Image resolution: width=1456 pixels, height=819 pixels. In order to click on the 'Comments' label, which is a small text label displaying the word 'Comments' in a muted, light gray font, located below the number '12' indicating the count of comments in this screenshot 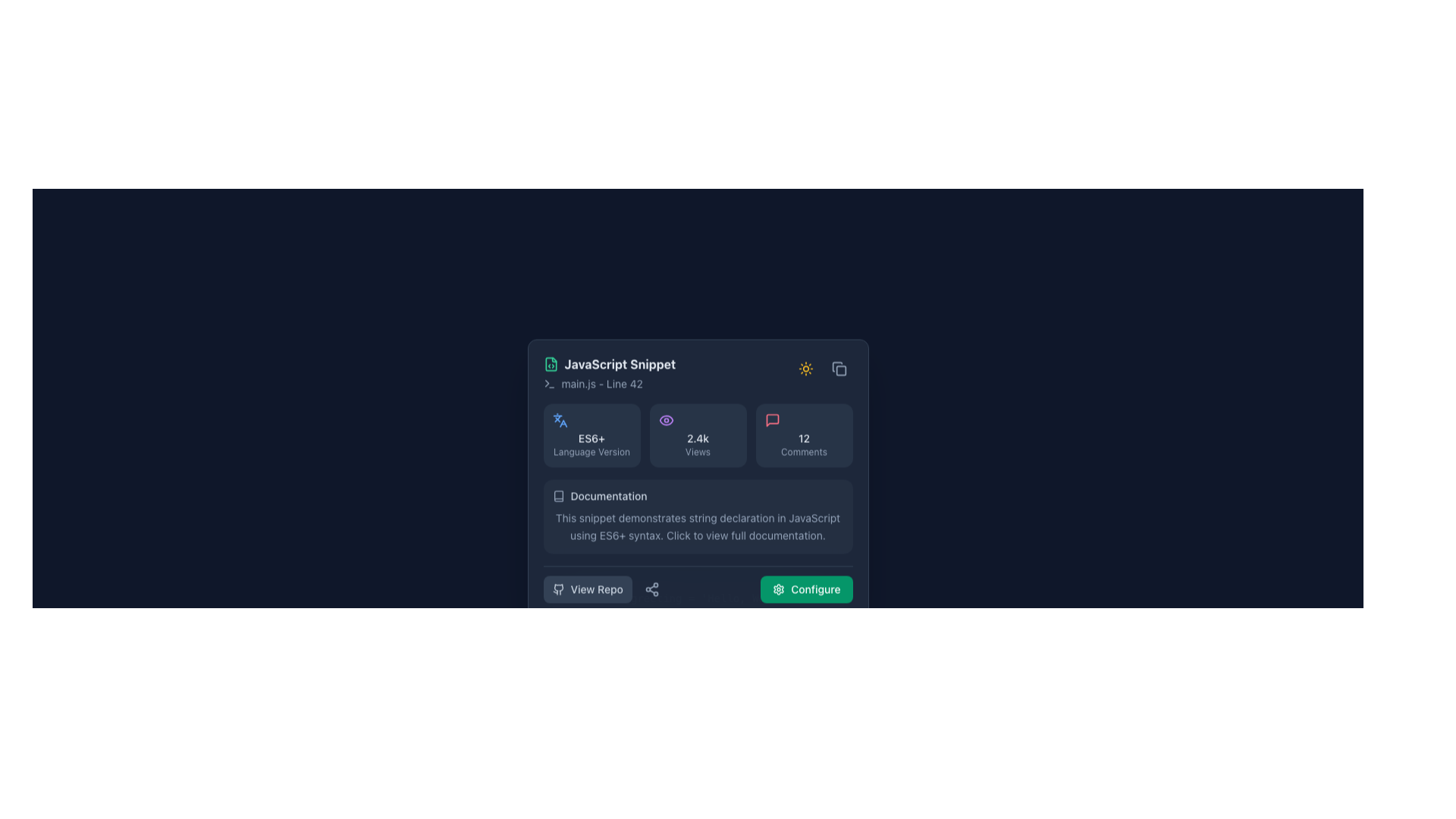, I will do `click(803, 451)`.